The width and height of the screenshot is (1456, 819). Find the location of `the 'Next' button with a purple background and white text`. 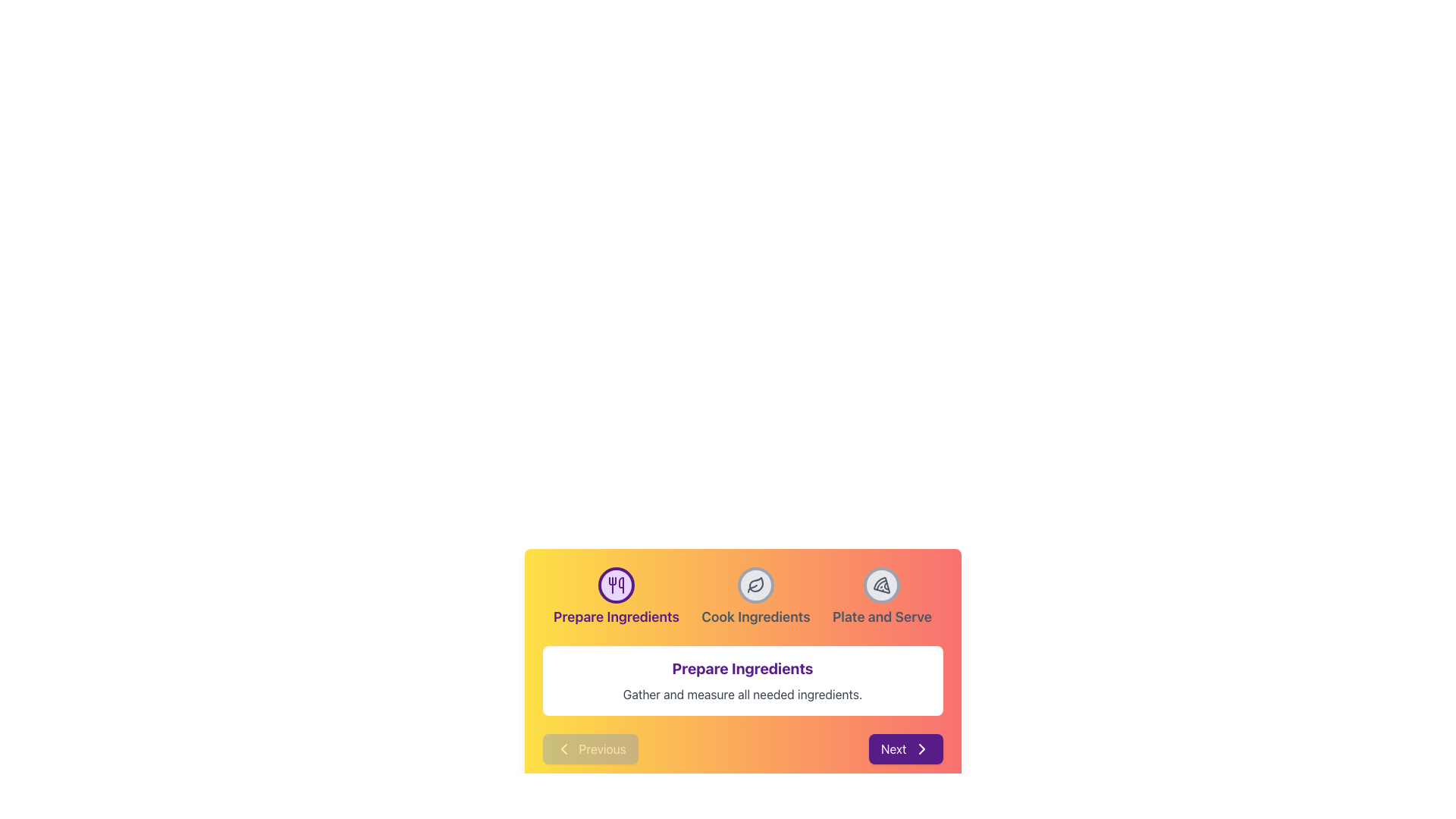

the 'Next' button with a purple background and white text is located at coordinates (905, 748).